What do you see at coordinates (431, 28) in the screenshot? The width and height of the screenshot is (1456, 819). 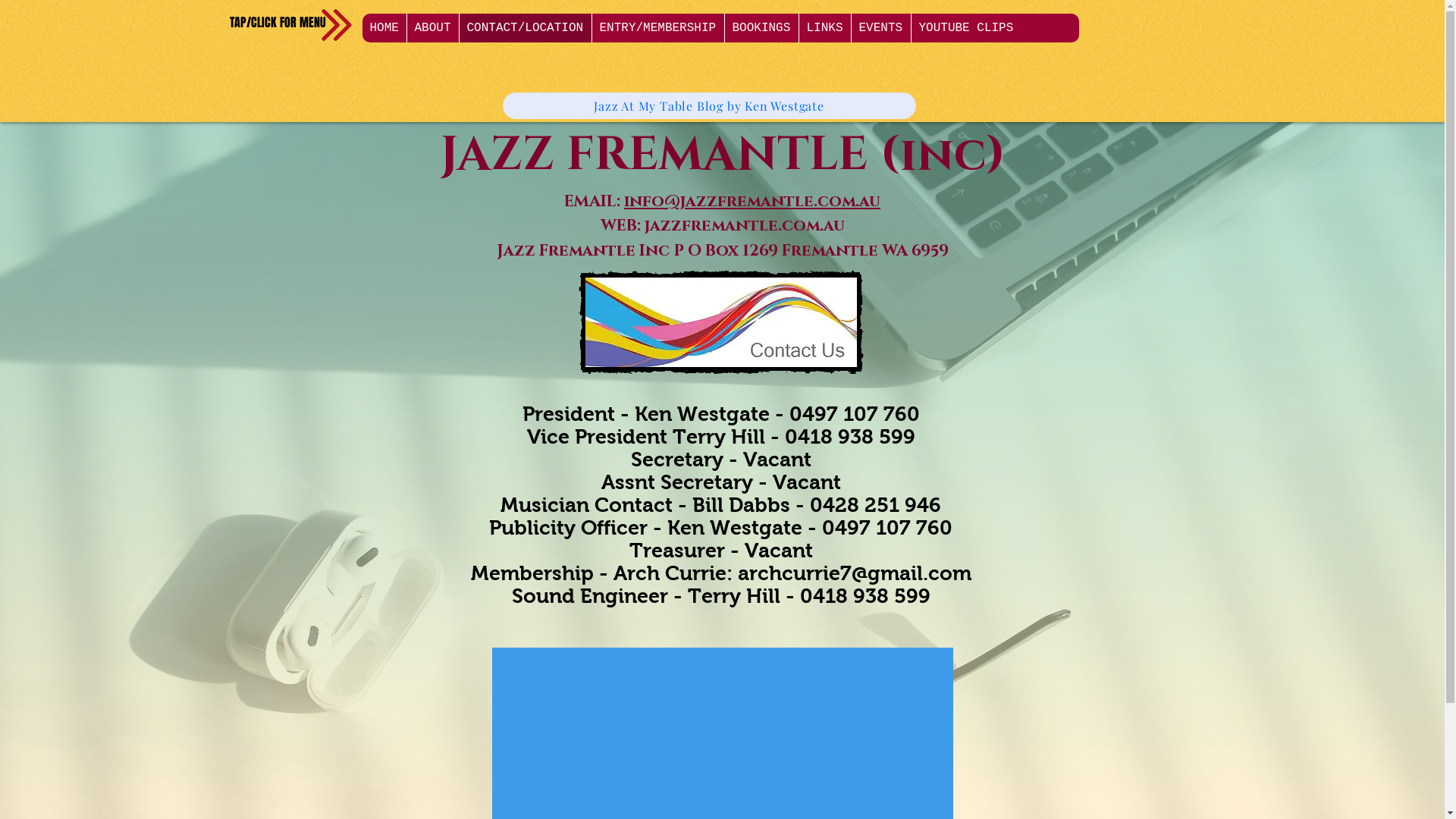 I see `'ABOUT'` at bounding box center [431, 28].